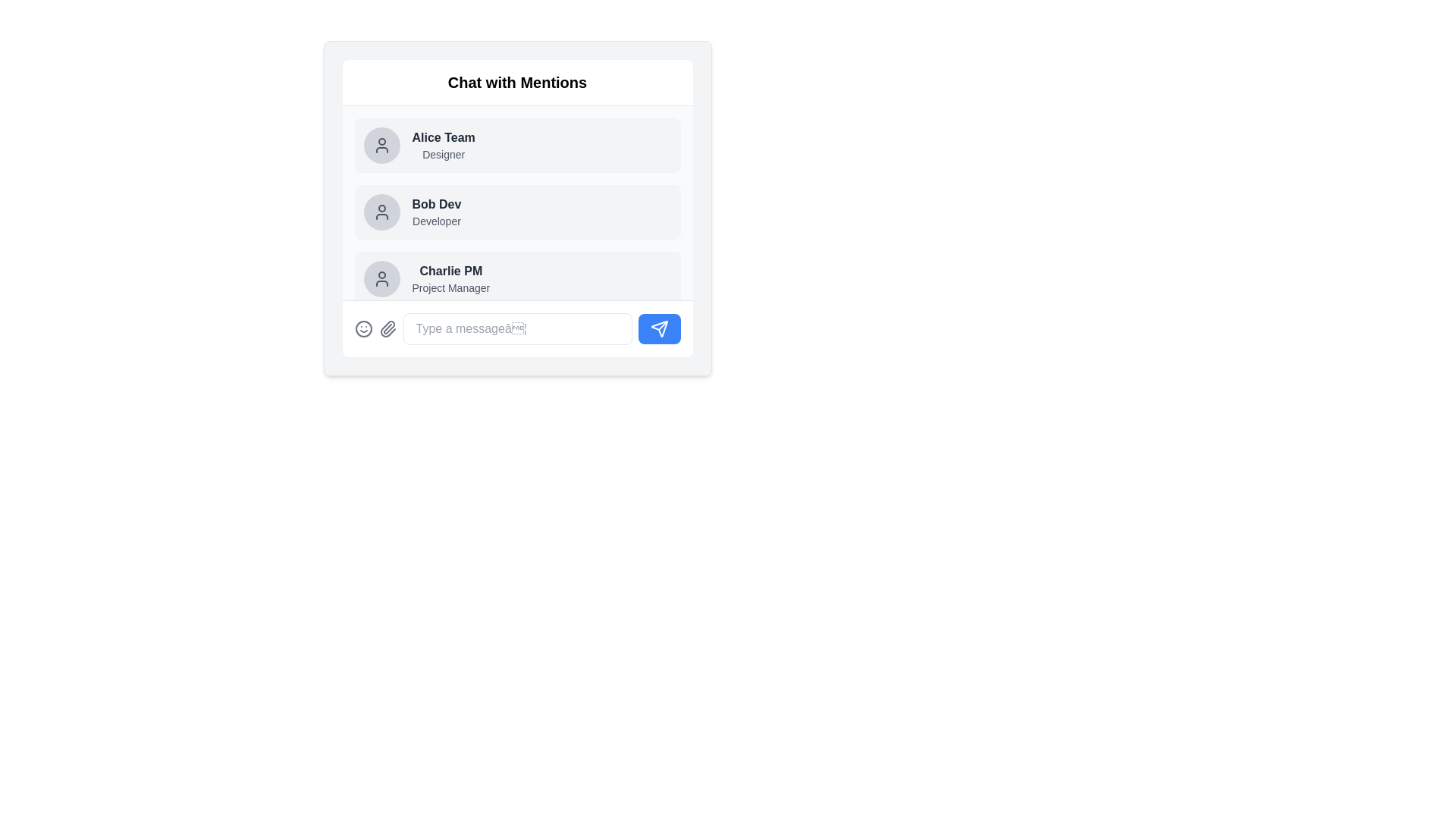 The image size is (1456, 819). I want to click on text label displaying the role 'Designer' located below the name 'Alice Team' in the chat user list, so click(443, 155).